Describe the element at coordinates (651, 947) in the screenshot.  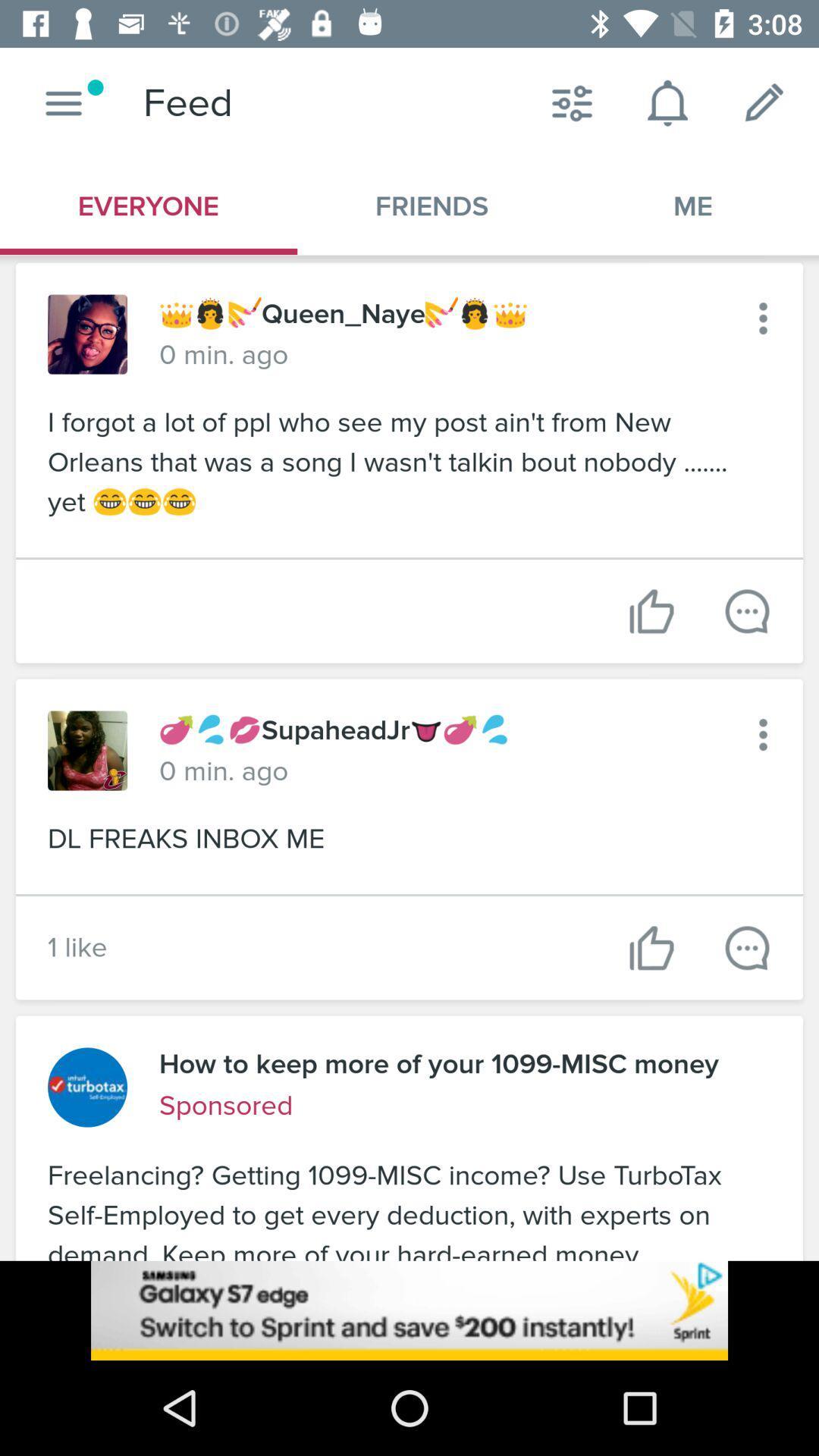
I see `click the like button` at that location.